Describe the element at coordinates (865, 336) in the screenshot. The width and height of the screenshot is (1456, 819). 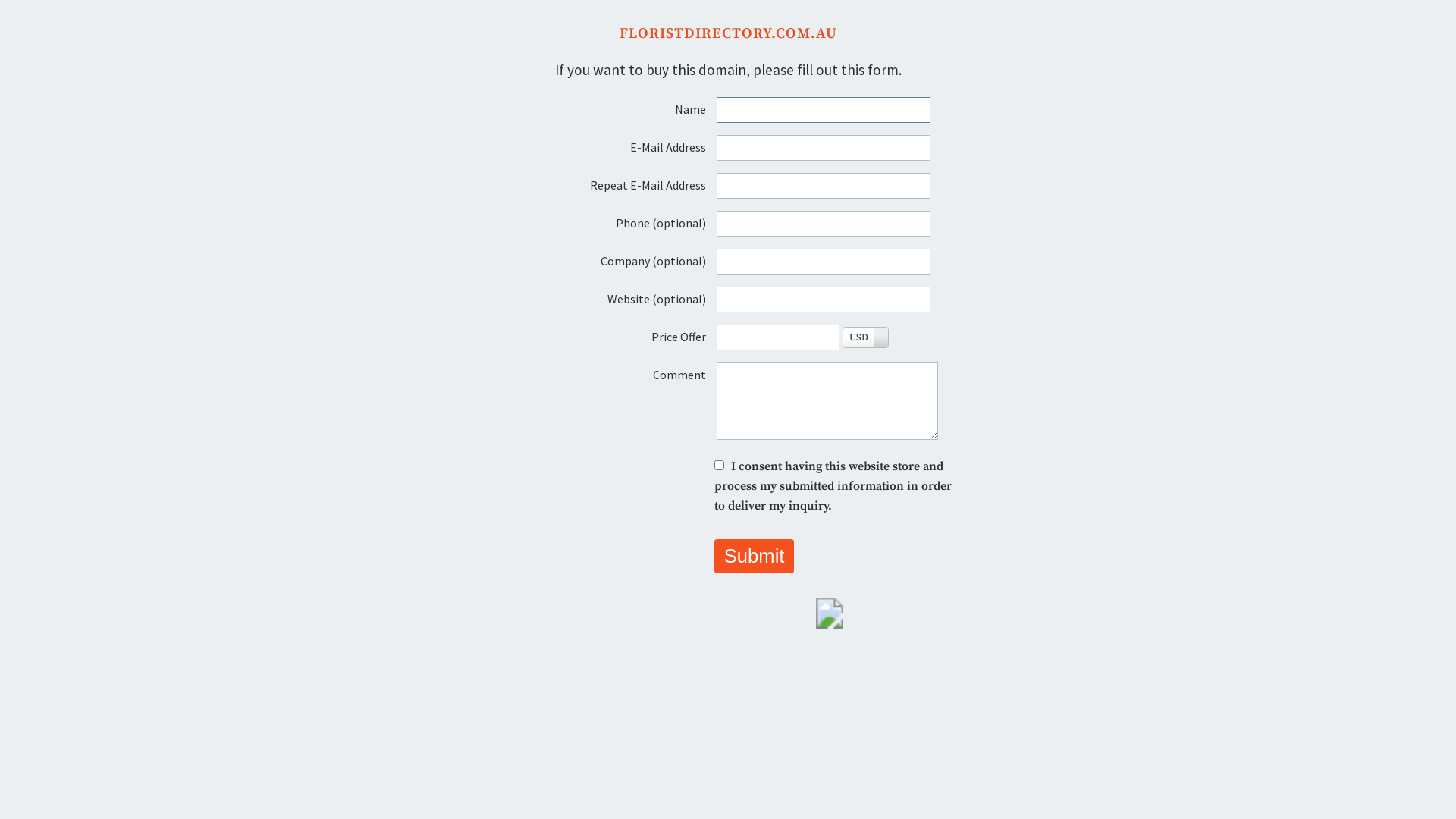
I see `'USD'` at that location.